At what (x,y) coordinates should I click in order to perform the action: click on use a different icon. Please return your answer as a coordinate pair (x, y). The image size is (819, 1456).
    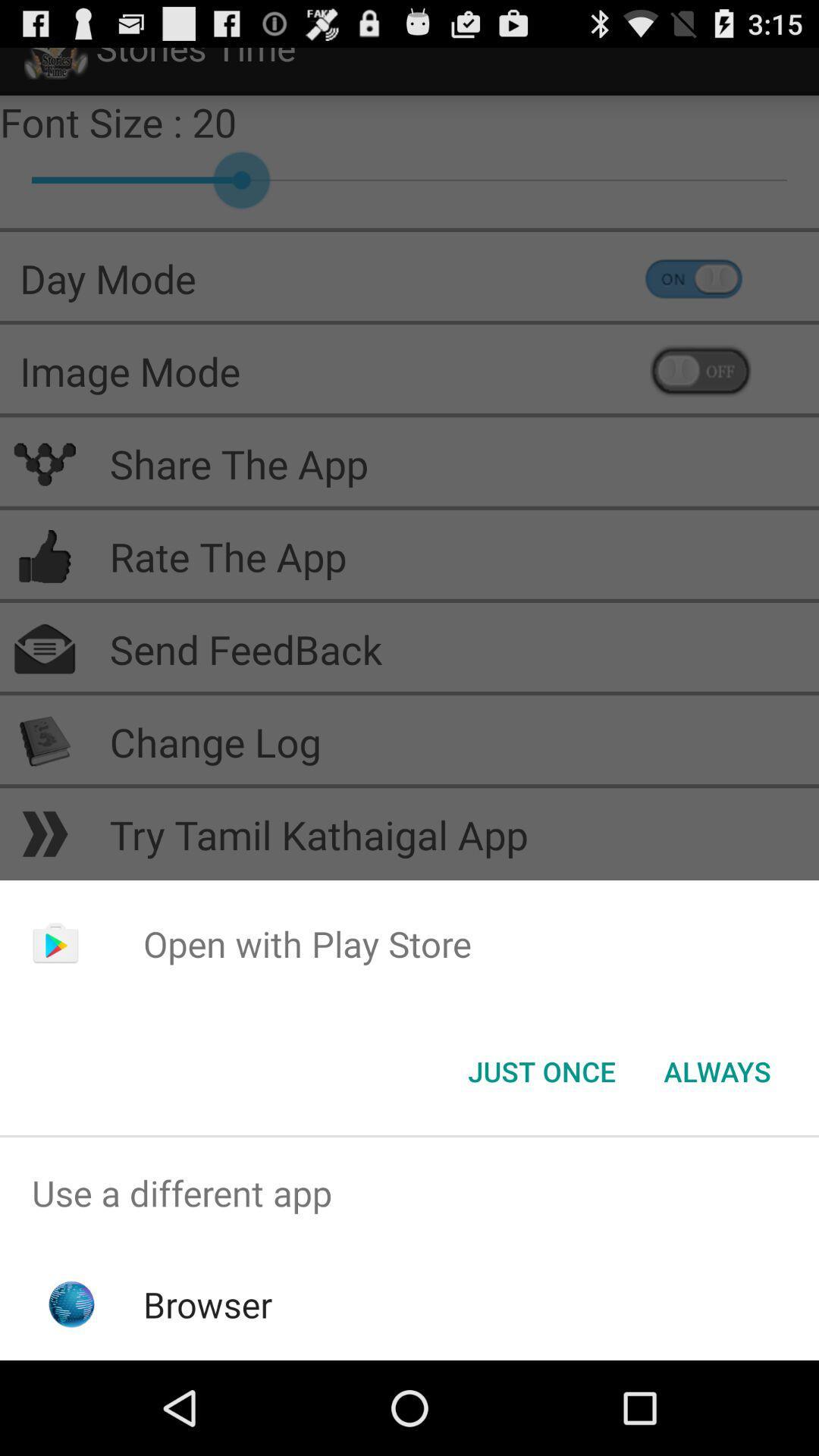
    Looking at the image, I should click on (409, 1192).